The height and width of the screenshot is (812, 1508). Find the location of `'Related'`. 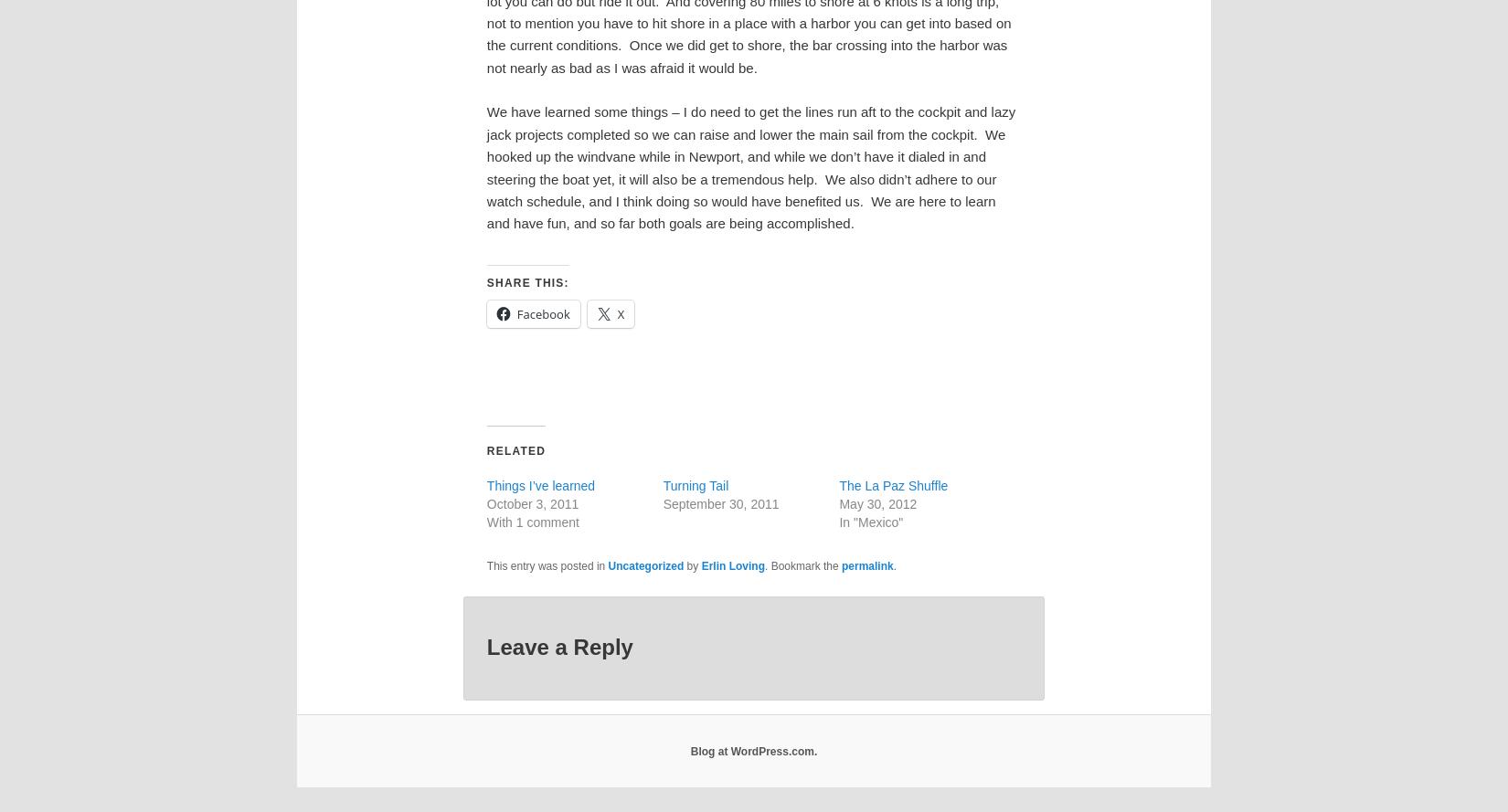

'Related' is located at coordinates (484, 449).